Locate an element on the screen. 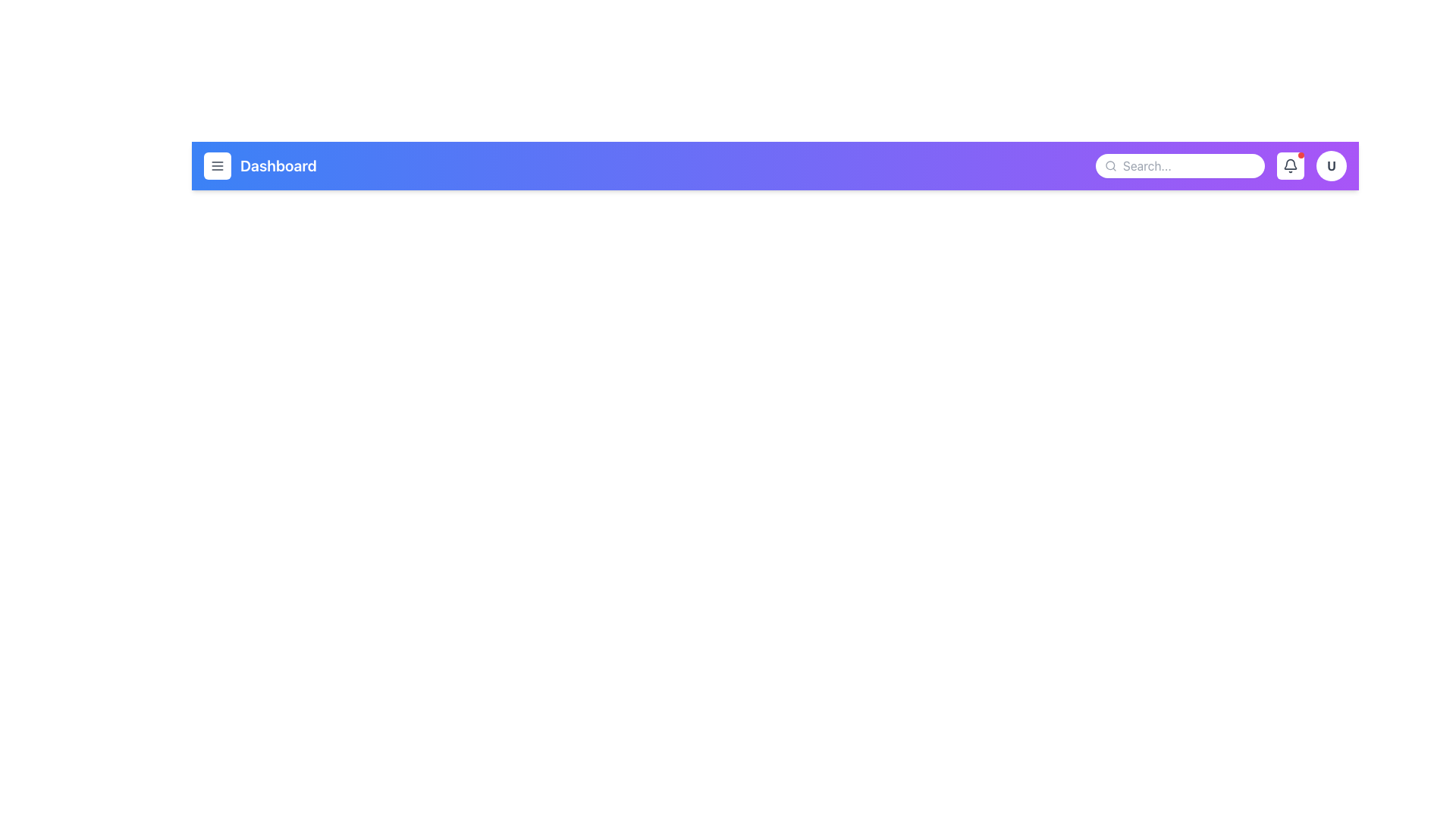 The width and height of the screenshot is (1456, 819). the notification button located in the top-right corner of the main interface is located at coordinates (1290, 166).